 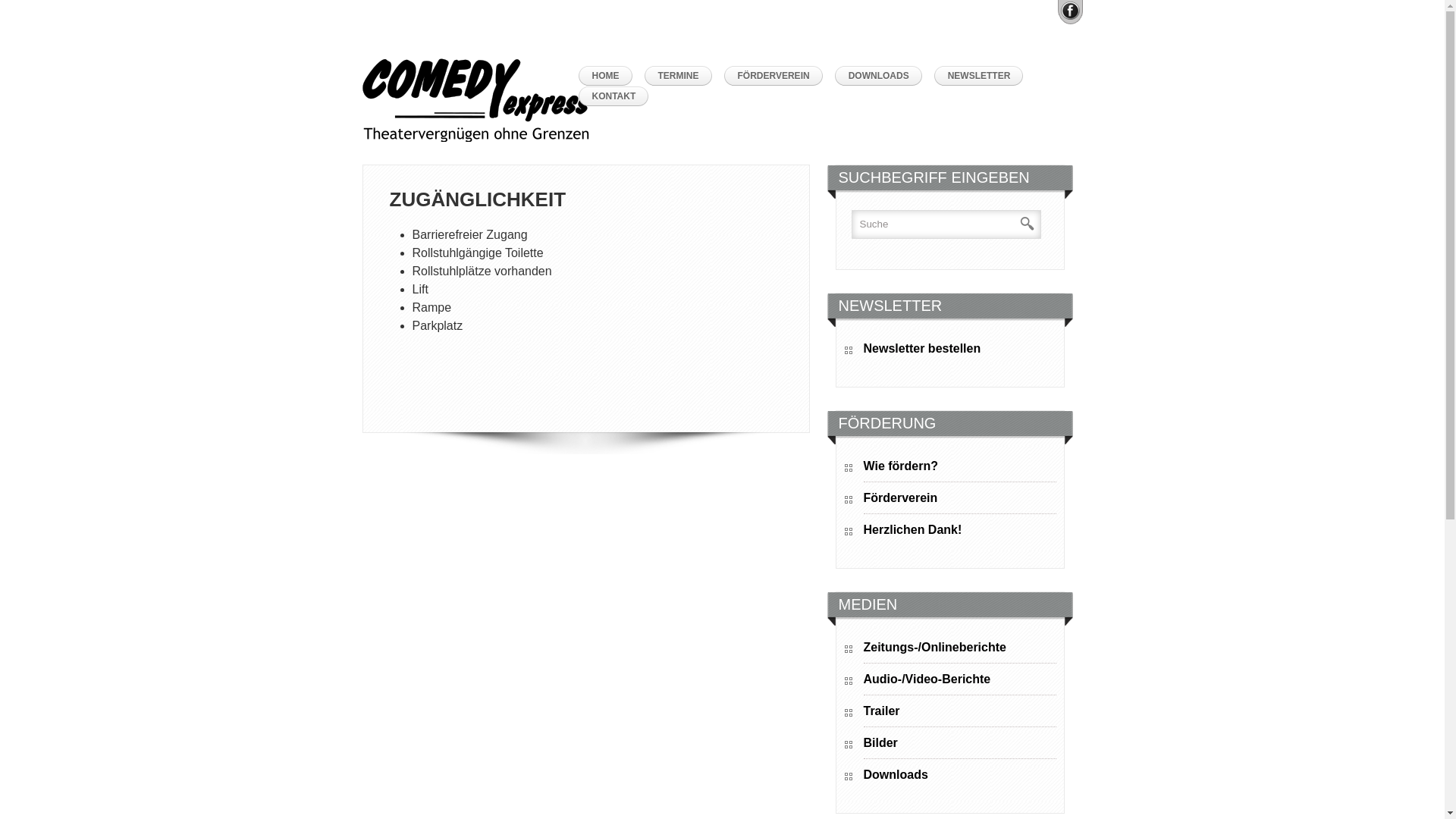 What do you see at coordinates (1068, 11) in the screenshot?
I see `'Share on Facebook'` at bounding box center [1068, 11].